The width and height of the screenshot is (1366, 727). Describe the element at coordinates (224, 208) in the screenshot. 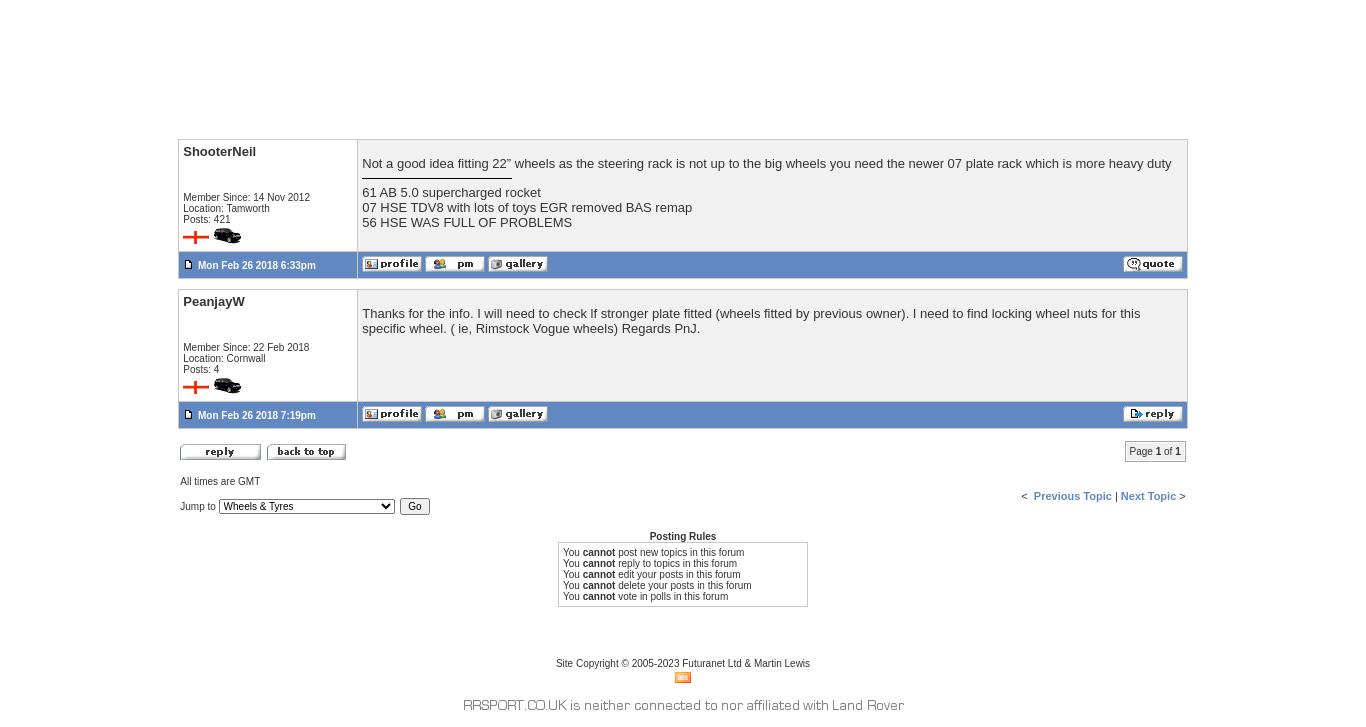

I see `'Location: Tamworth'` at that location.